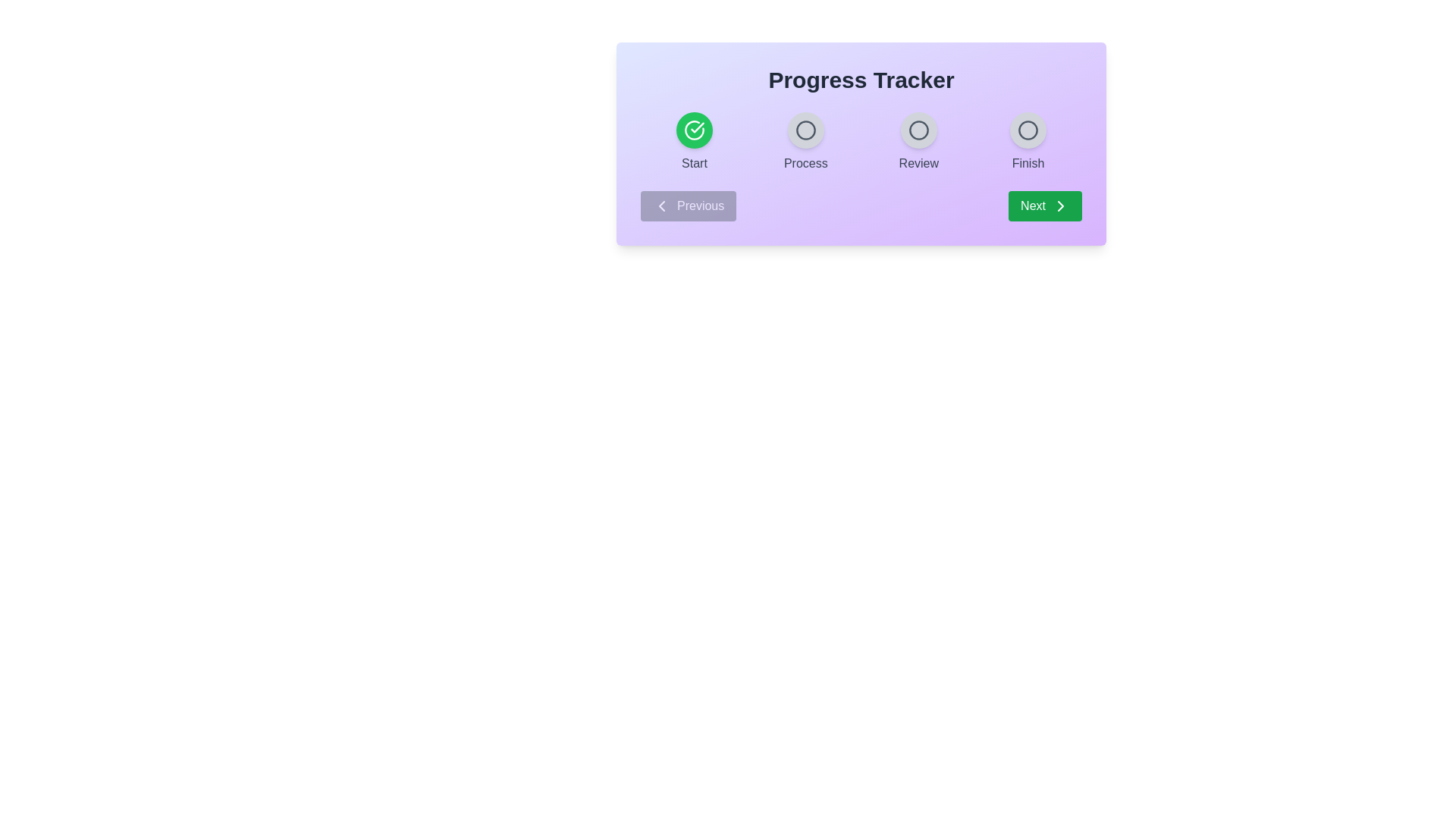  Describe the element at coordinates (1028, 164) in the screenshot. I see `the text label that indicates the final milestone in the progress tracker, located directly below the circular icon component and aligned with the steps 'Process', 'Review', and 'Finish'` at that location.